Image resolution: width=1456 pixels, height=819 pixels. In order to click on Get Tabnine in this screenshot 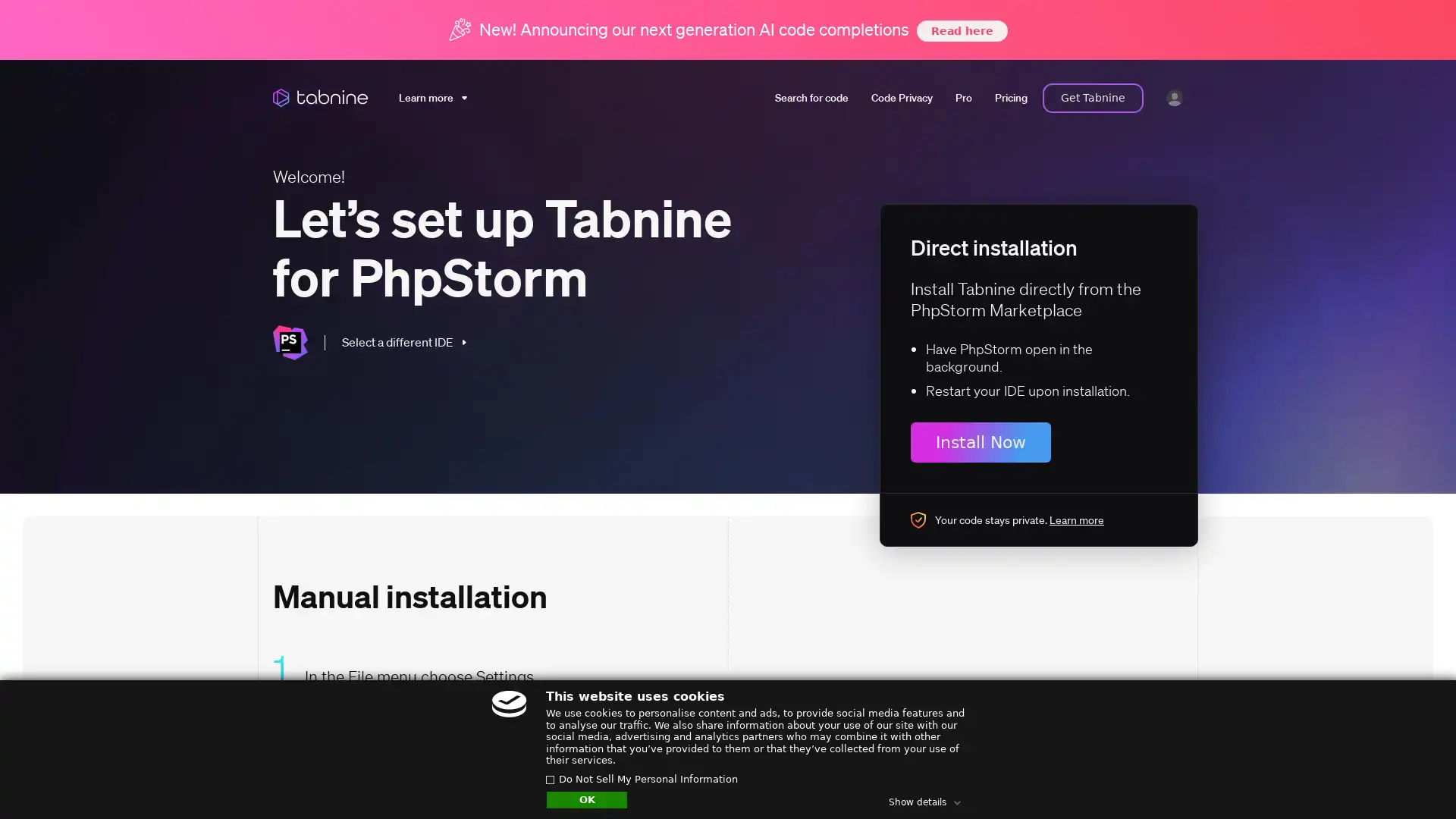, I will do `click(1093, 97)`.